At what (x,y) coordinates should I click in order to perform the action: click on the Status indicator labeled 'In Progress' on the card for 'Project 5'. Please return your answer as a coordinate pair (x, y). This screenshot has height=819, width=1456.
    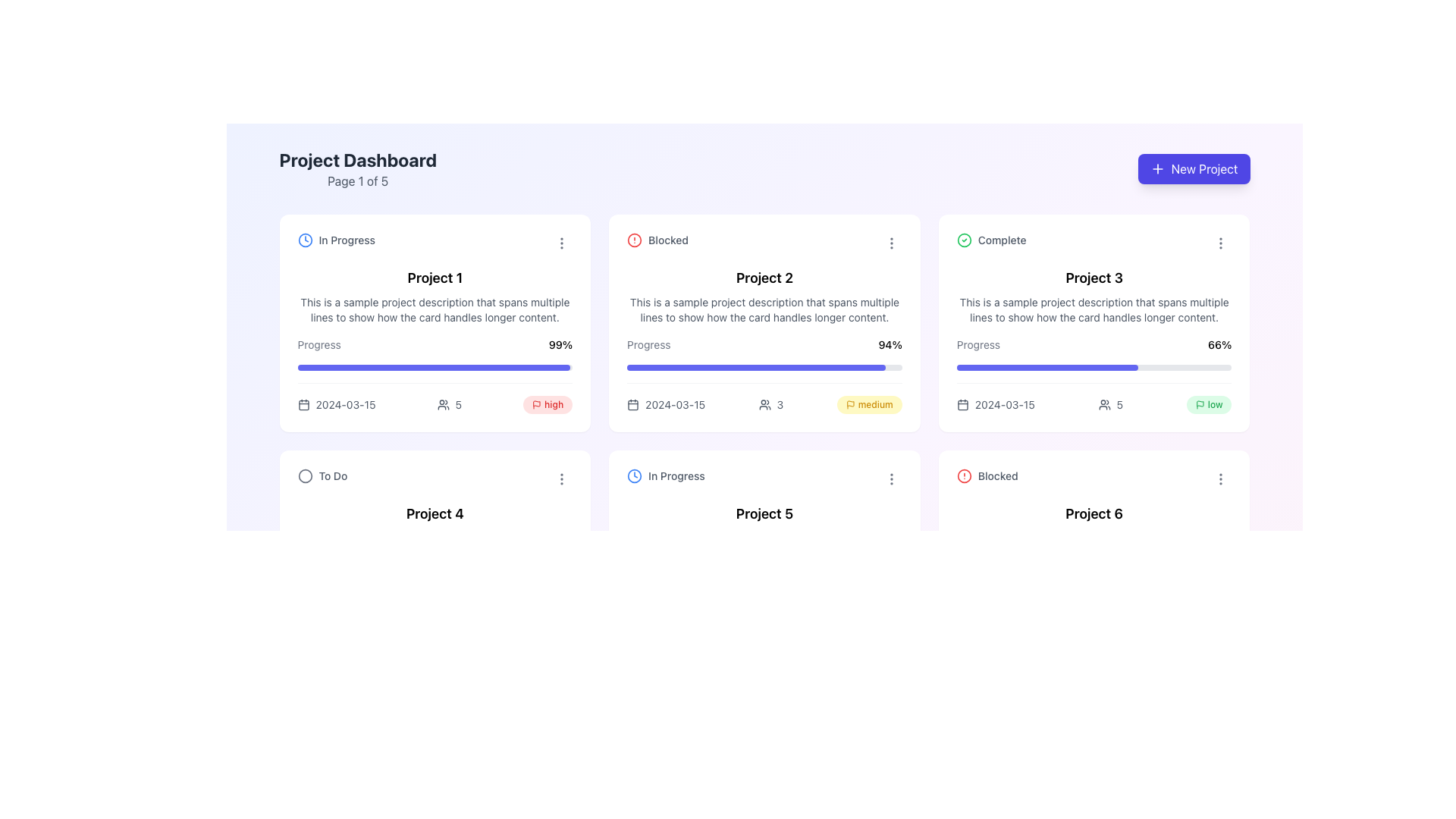
    Looking at the image, I should click on (764, 479).